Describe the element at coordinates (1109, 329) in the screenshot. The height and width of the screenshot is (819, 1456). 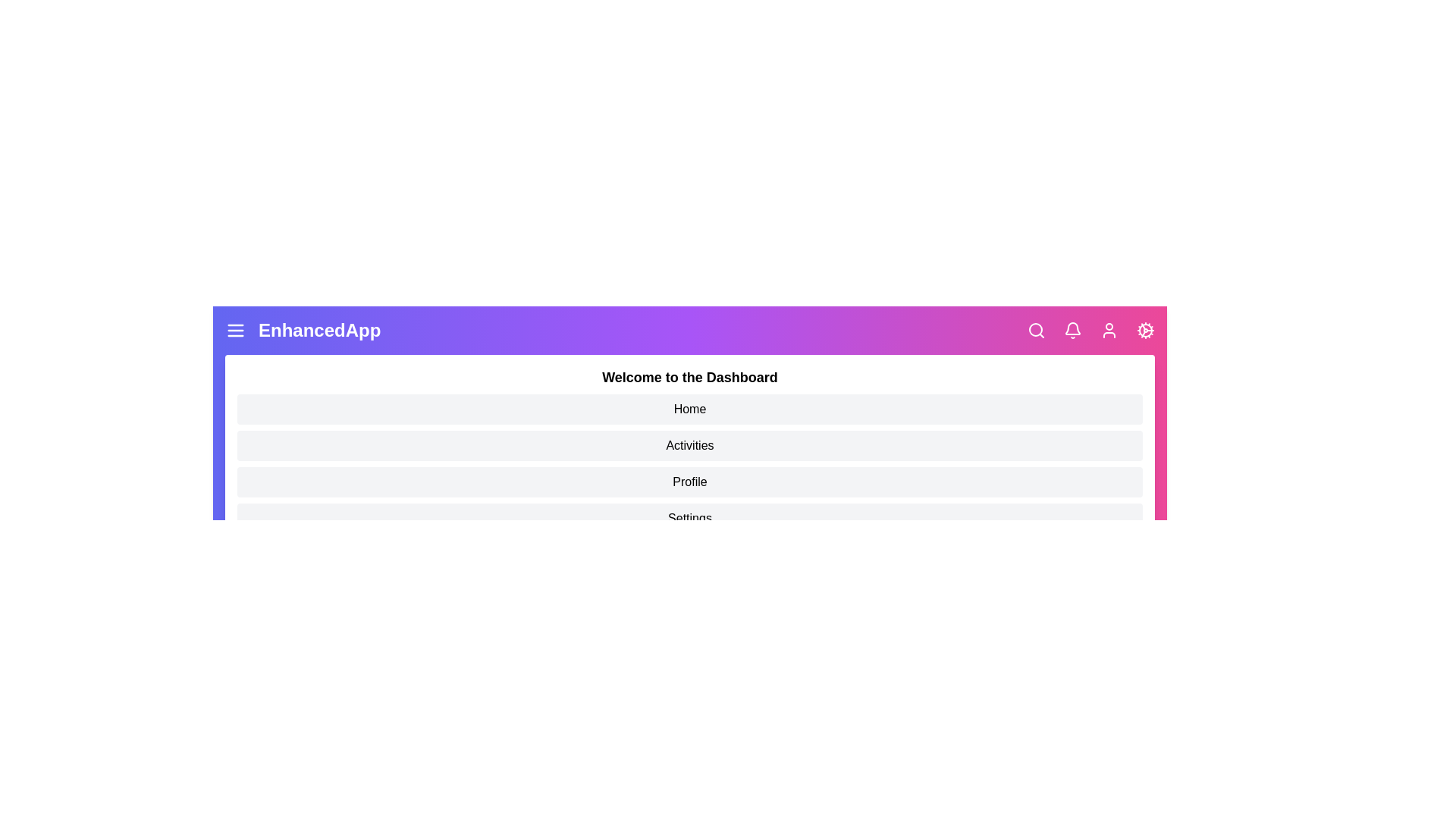
I see `the 'User' icon to open the user profile` at that location.